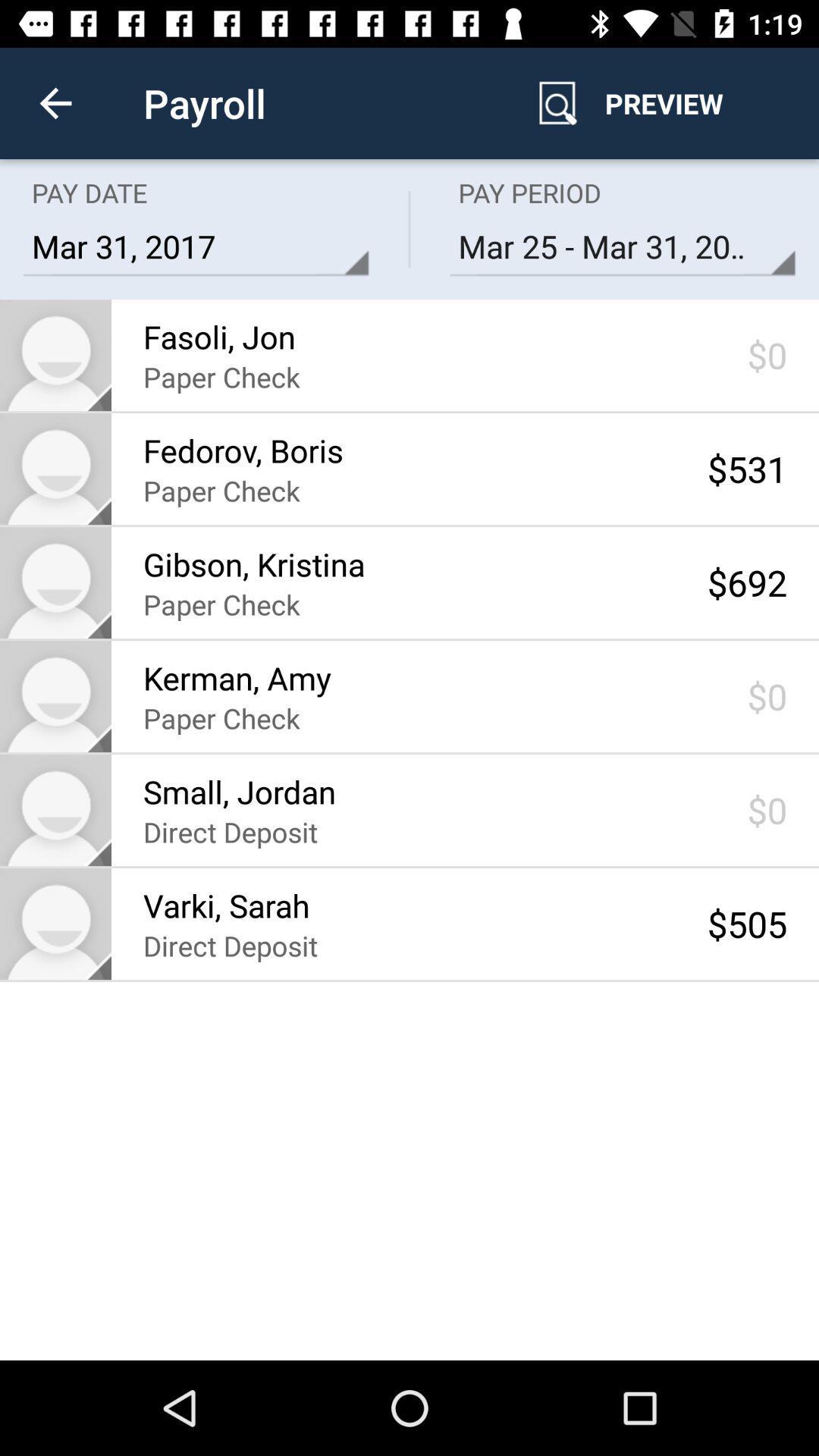 This screenshot has width=819, height=1456. I want to click on open fedorov boris contact, so click(55, 468).